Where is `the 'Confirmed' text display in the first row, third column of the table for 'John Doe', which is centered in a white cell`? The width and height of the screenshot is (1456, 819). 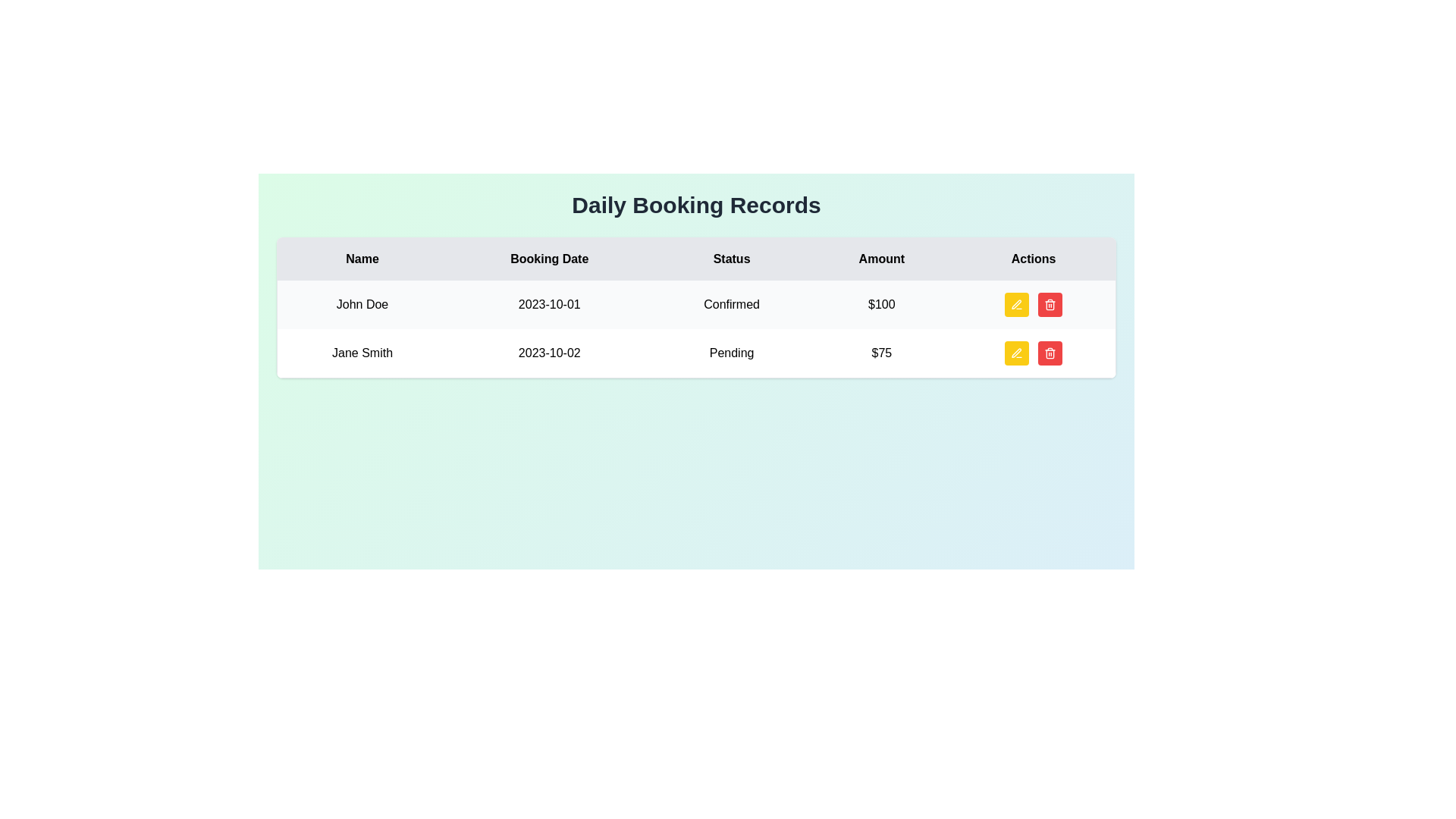 the 'Confirmed' text display in the first row, third column of the table for 'John Doe', which is centered in a white cell is located at coordinates (732, 304).